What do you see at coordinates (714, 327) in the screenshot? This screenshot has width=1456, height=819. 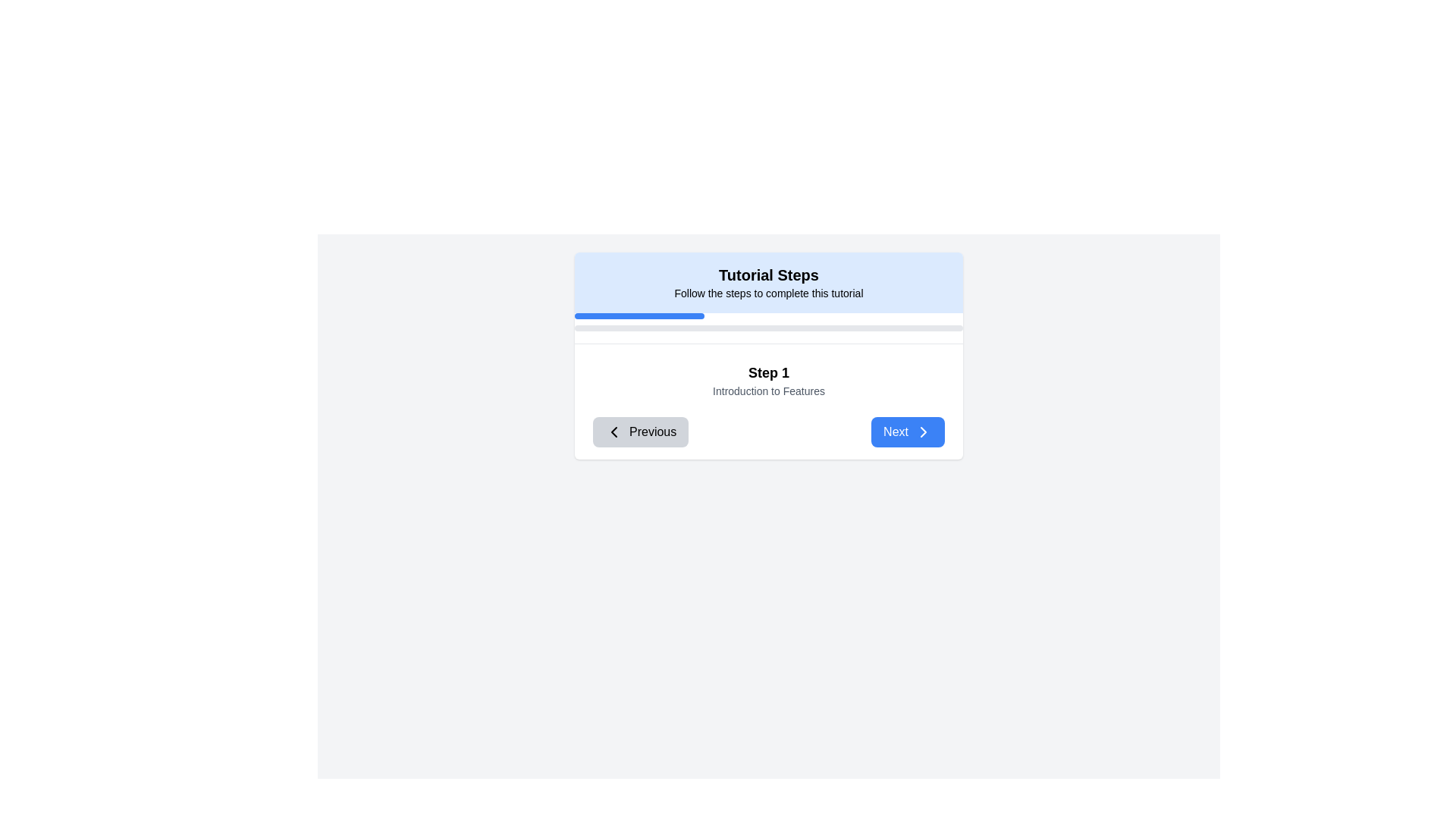 I see `the progress bar completion` at bounding box center [714, 327].